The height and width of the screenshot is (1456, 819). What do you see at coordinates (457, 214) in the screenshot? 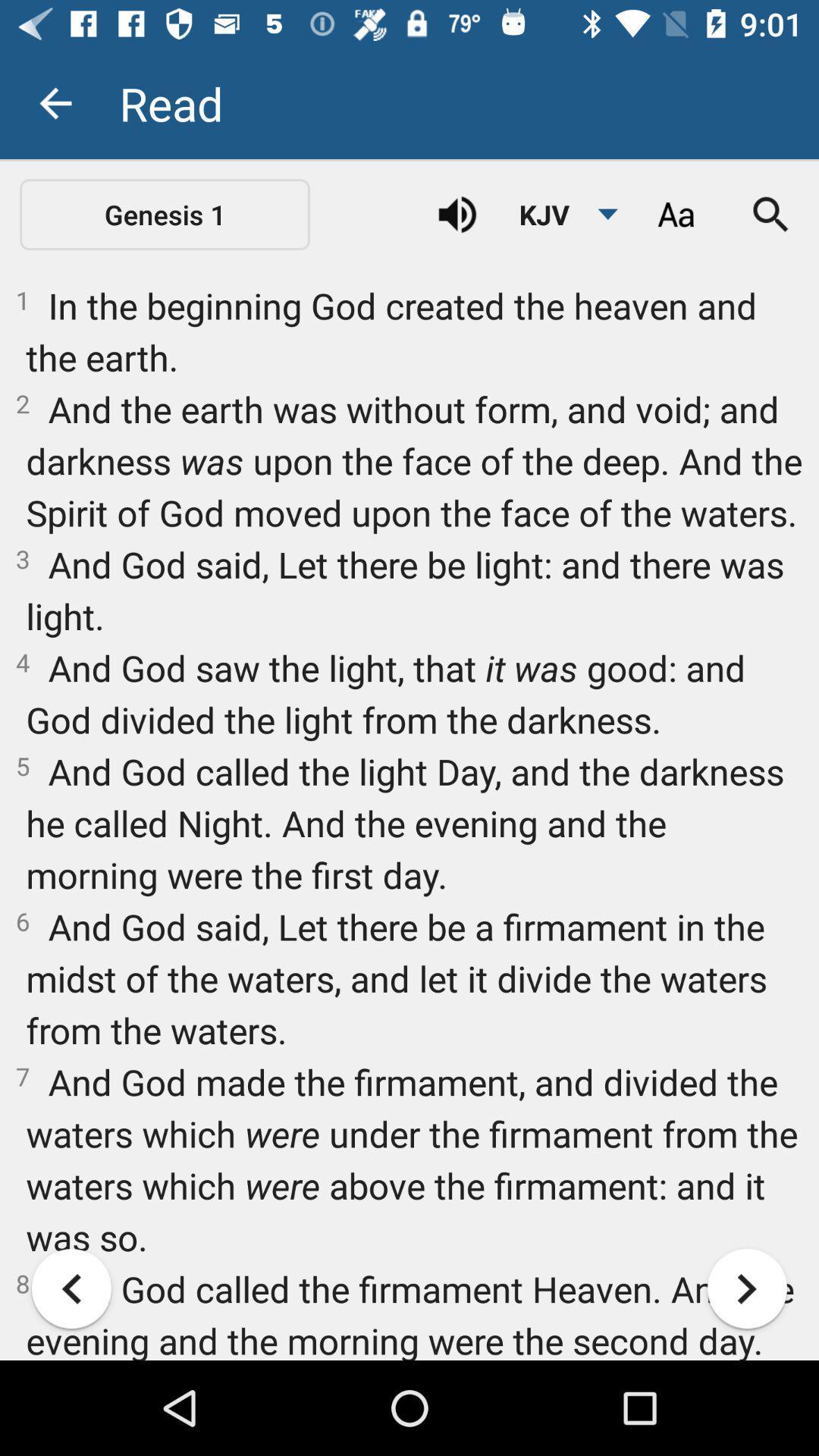
I see `item next to the kjv item` at bounding box center [457, 214].